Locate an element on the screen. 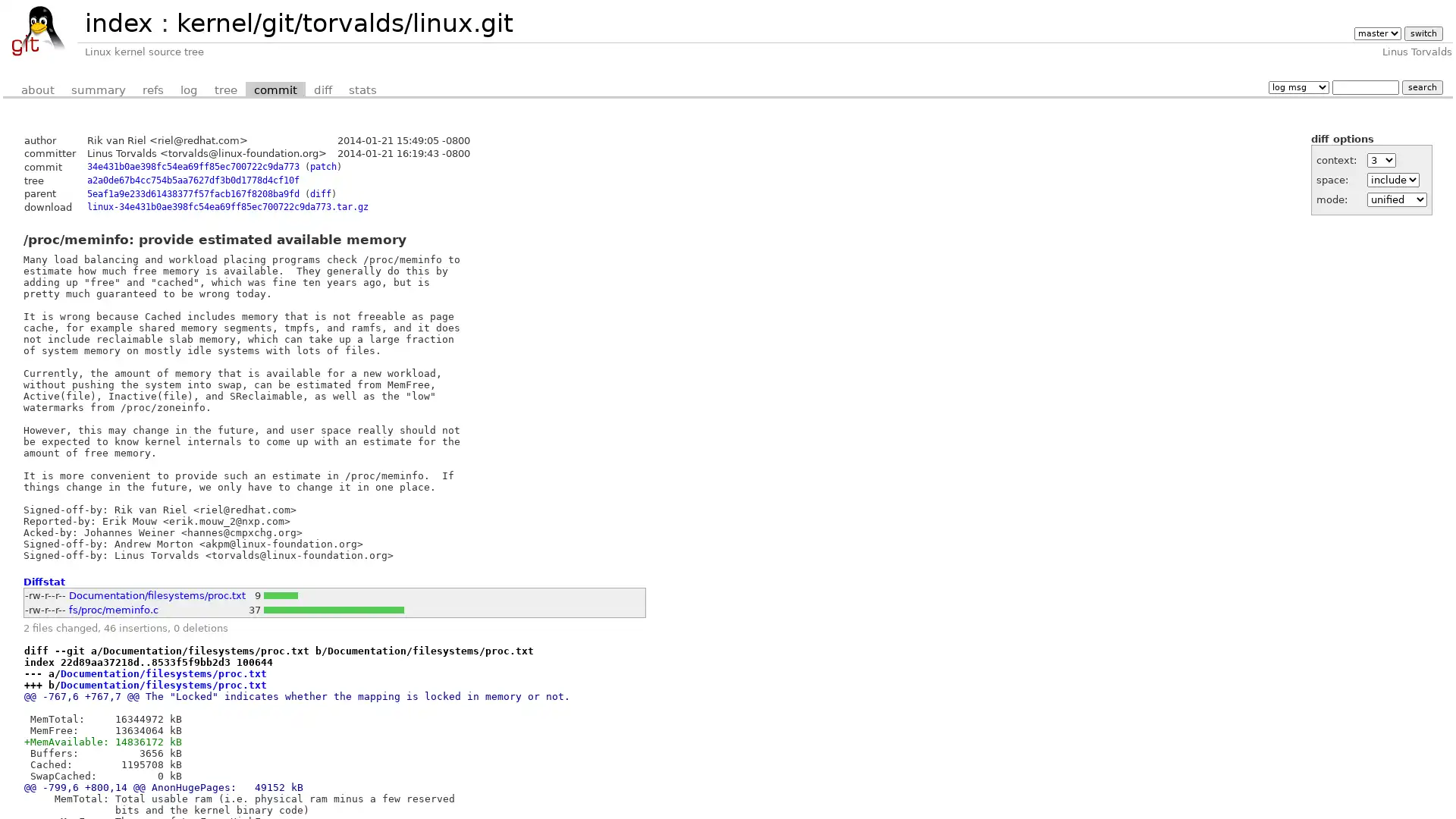 This screenshot has width=1456, height=819. switch is located at coordinates (1422, 33).